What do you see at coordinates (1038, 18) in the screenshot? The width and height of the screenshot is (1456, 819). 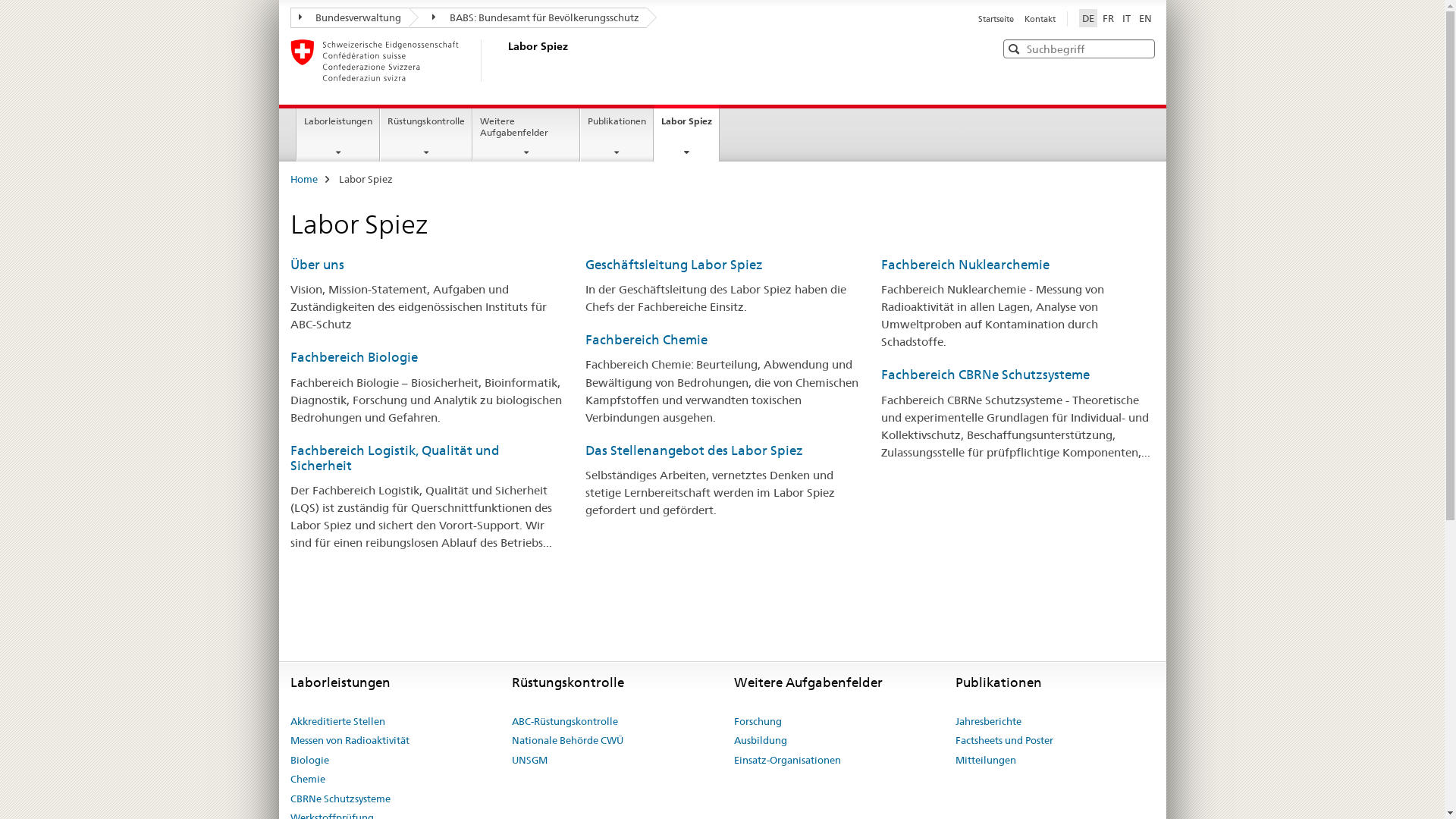 I see `'Kontakt'` at bounding box center [1038, 18].